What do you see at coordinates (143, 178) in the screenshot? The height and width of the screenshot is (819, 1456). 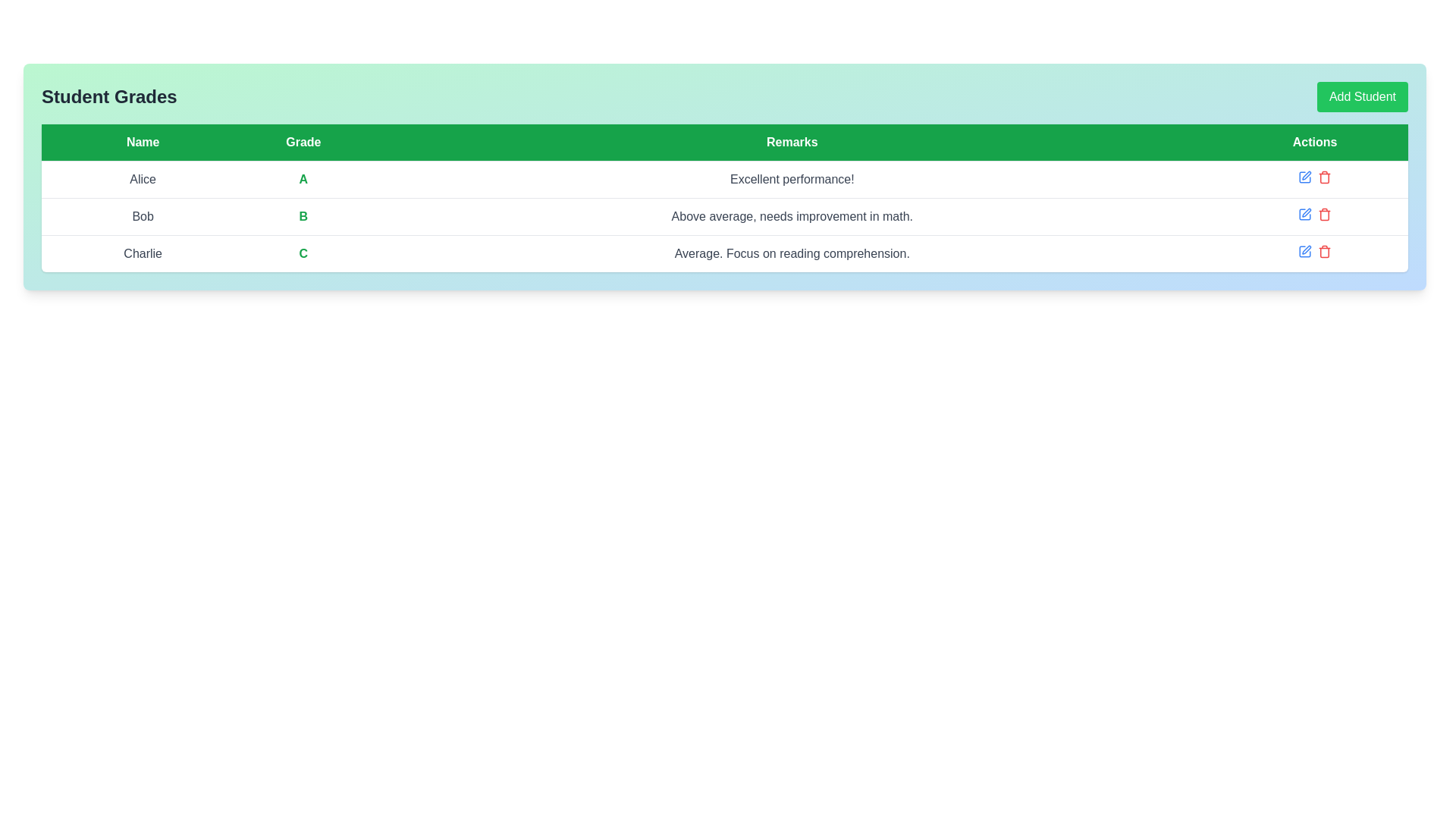 I see `the text label displaying 'Alice' in the Name column of the table to potentially reveal more information` at bounding box center [143, 178].